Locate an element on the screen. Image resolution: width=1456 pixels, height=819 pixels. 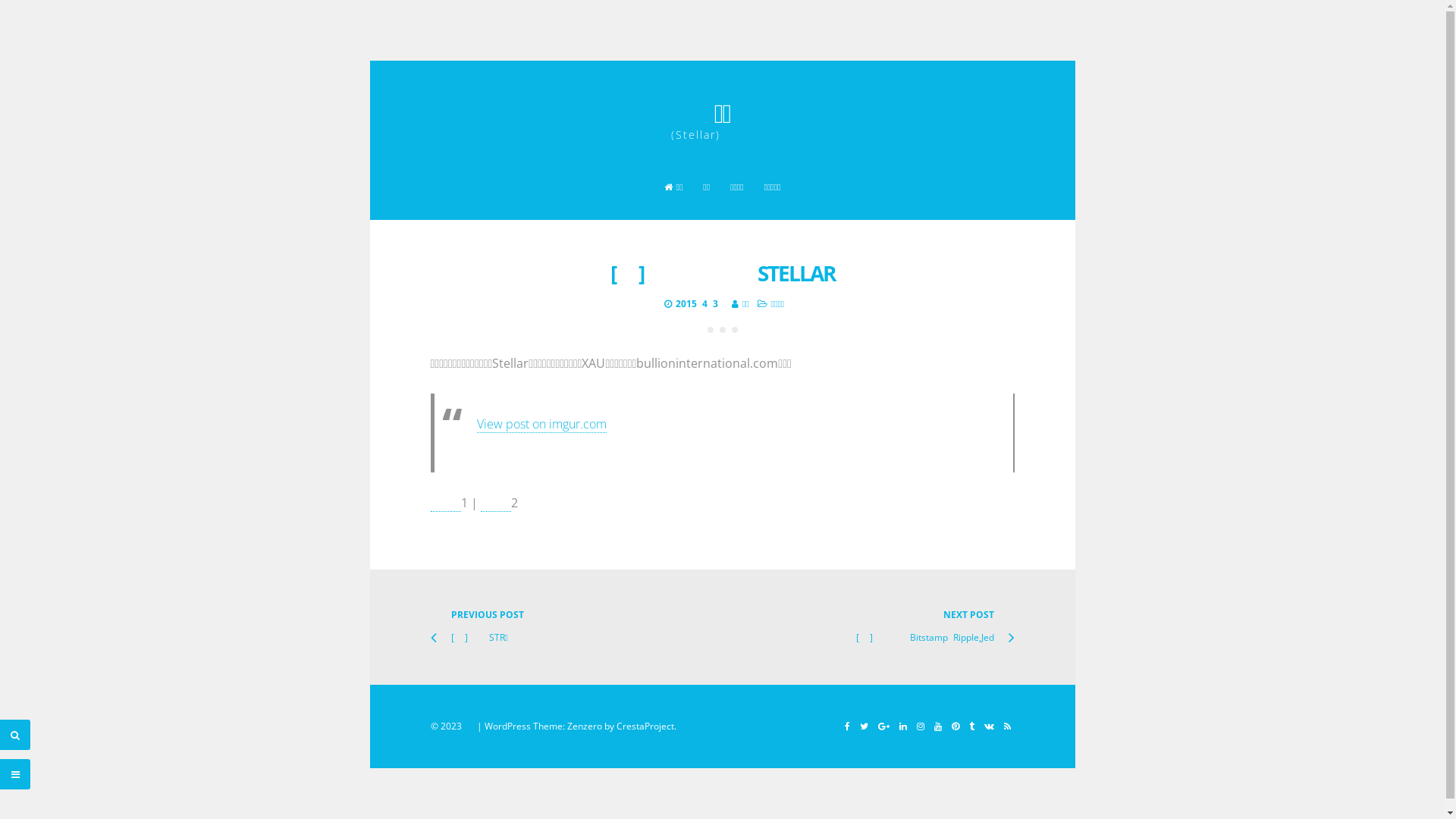
'Tumblr' is located at coordinates (971, 725).